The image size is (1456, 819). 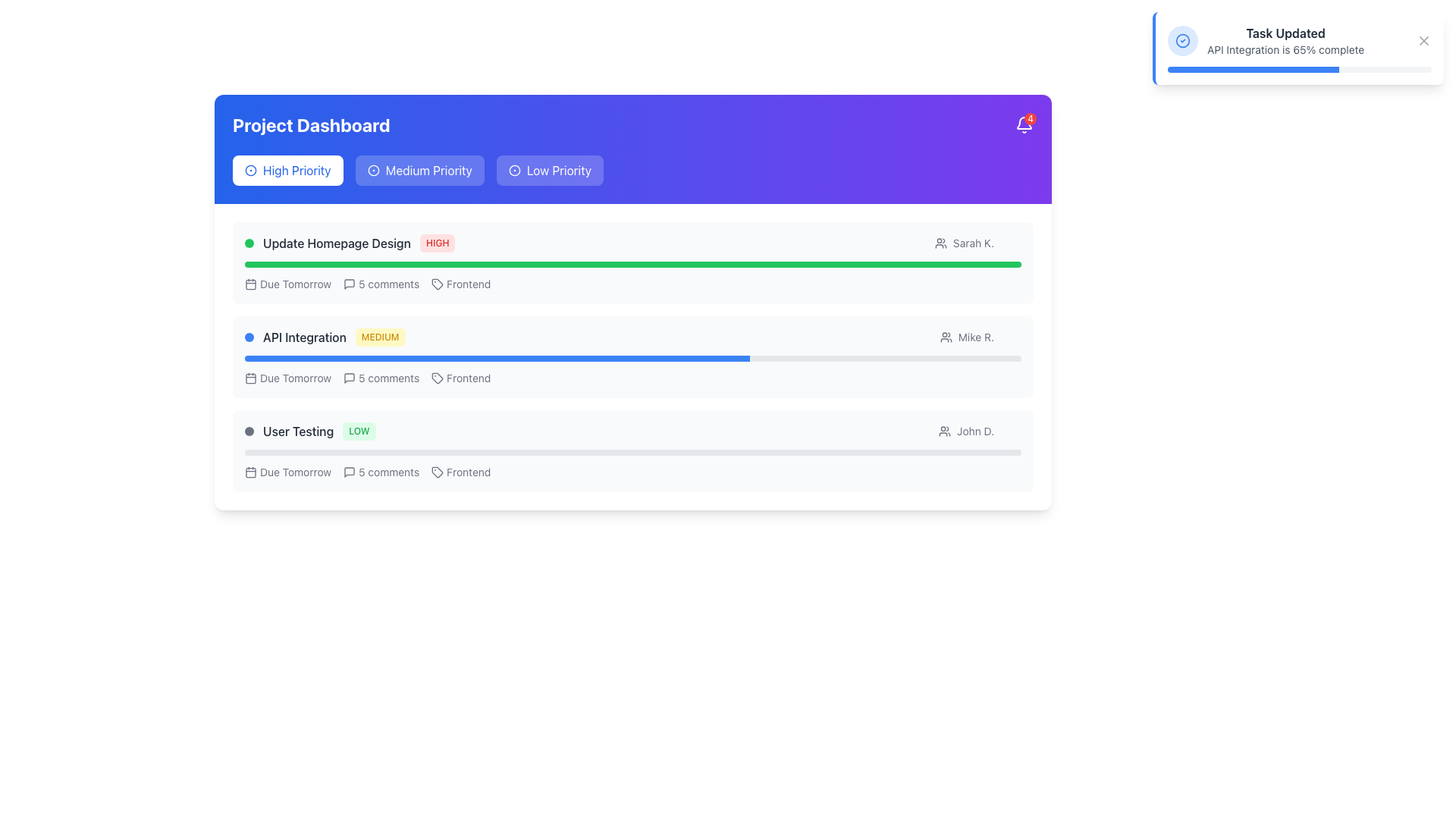 I want to click on the speech bubble icon, which is a small SVG with a thin outline located to the left of the text '5 comments', so click(x=349, y=472).